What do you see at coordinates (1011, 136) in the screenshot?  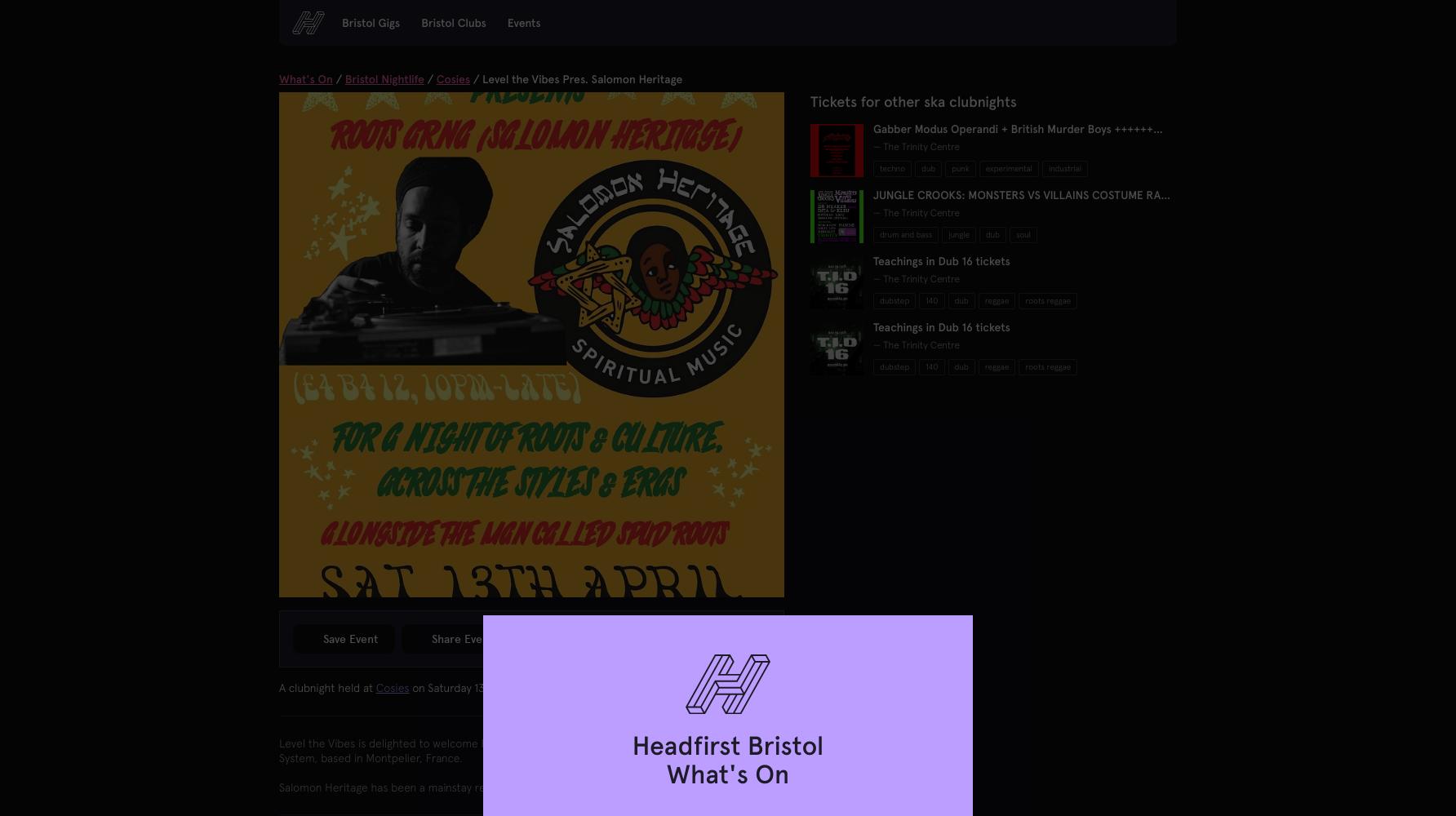 I see `'Gabber Modus Operandi + British Murder Boys ++++++ tickets'` at bounding box center [1011, 136].